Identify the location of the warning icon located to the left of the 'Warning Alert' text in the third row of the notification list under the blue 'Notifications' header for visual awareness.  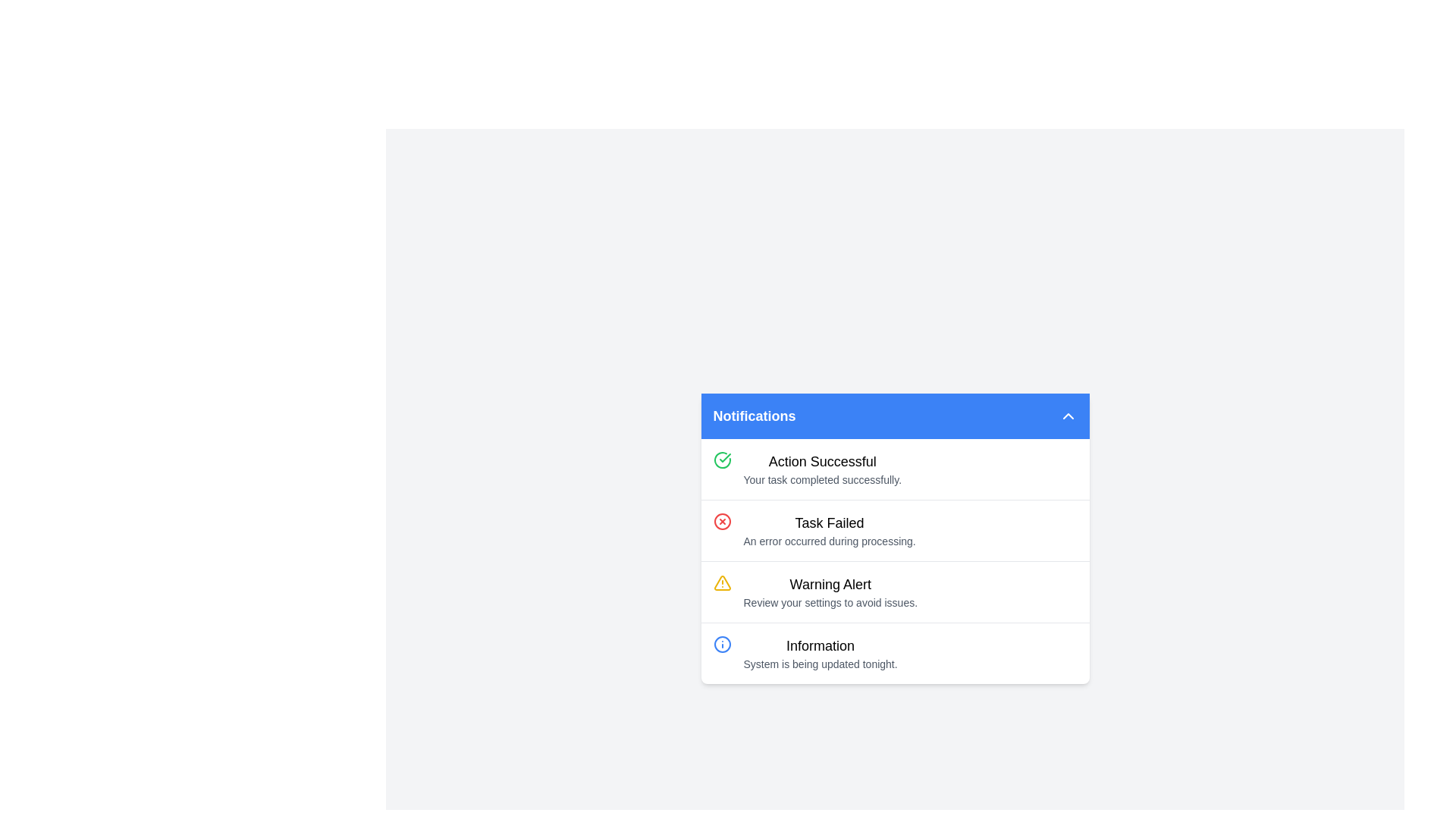
(721, 582).